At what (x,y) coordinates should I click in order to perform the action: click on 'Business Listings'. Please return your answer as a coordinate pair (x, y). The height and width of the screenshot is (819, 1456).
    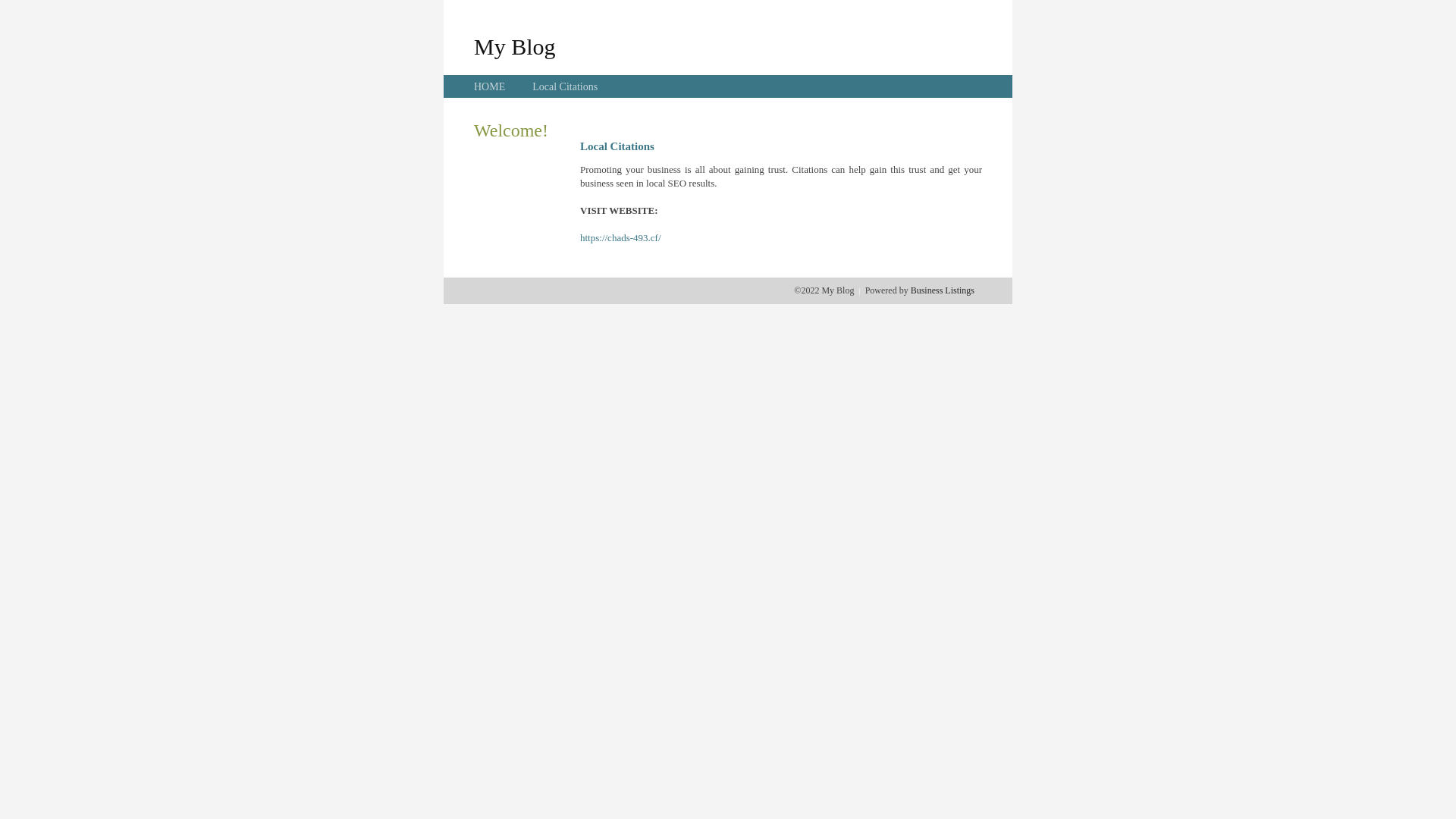
    Looking at the image, I should click on (942, 290).